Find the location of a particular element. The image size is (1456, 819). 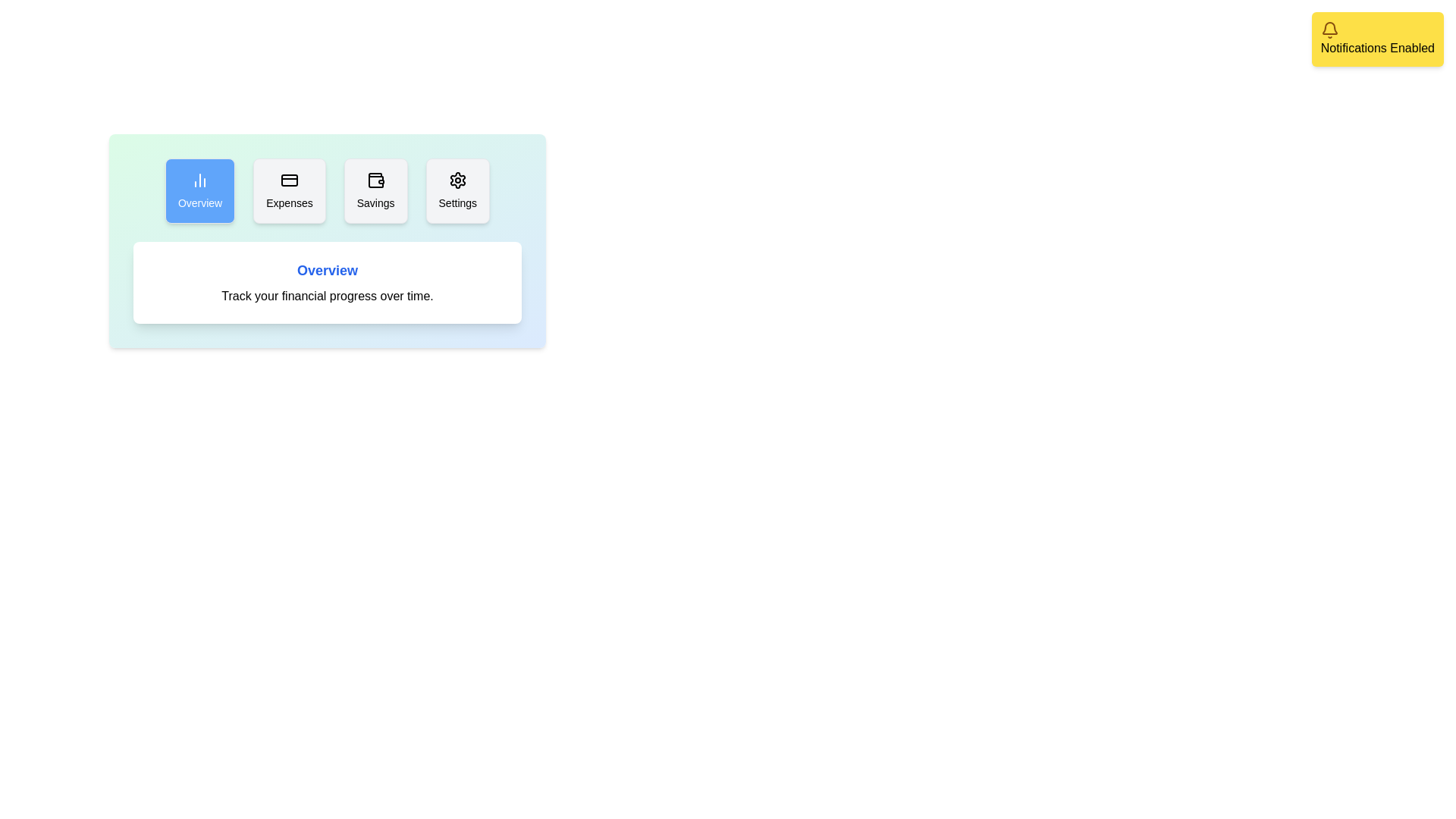

the tab Expenses by clicking on it is located at coordinates (290, 190).